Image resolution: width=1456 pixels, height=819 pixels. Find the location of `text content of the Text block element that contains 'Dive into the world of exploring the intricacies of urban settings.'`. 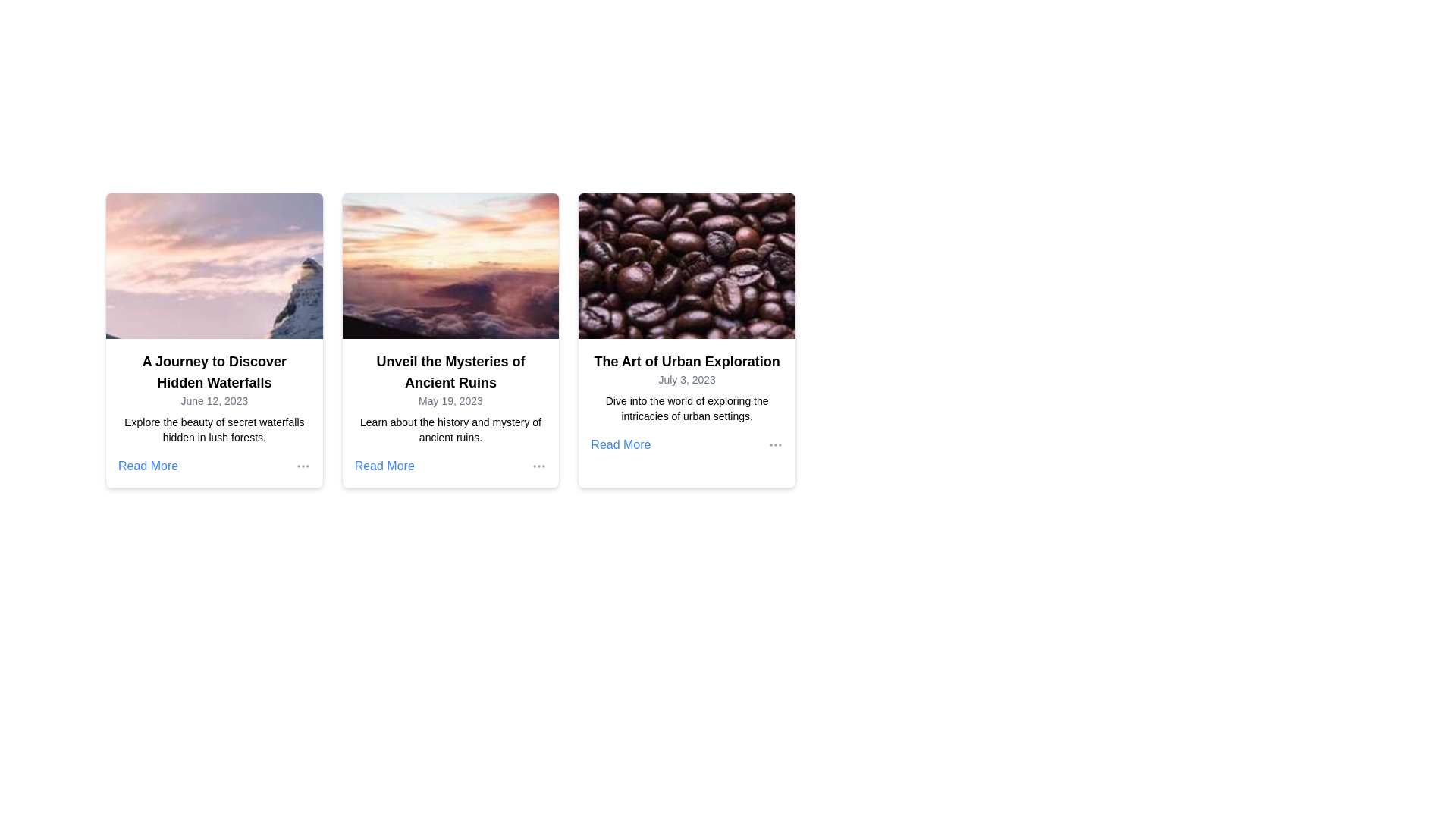

text content of the Text block element that contains 'Dive into the world of exploring the intricacies of urban settings.' is located at coordinates (686, 408).